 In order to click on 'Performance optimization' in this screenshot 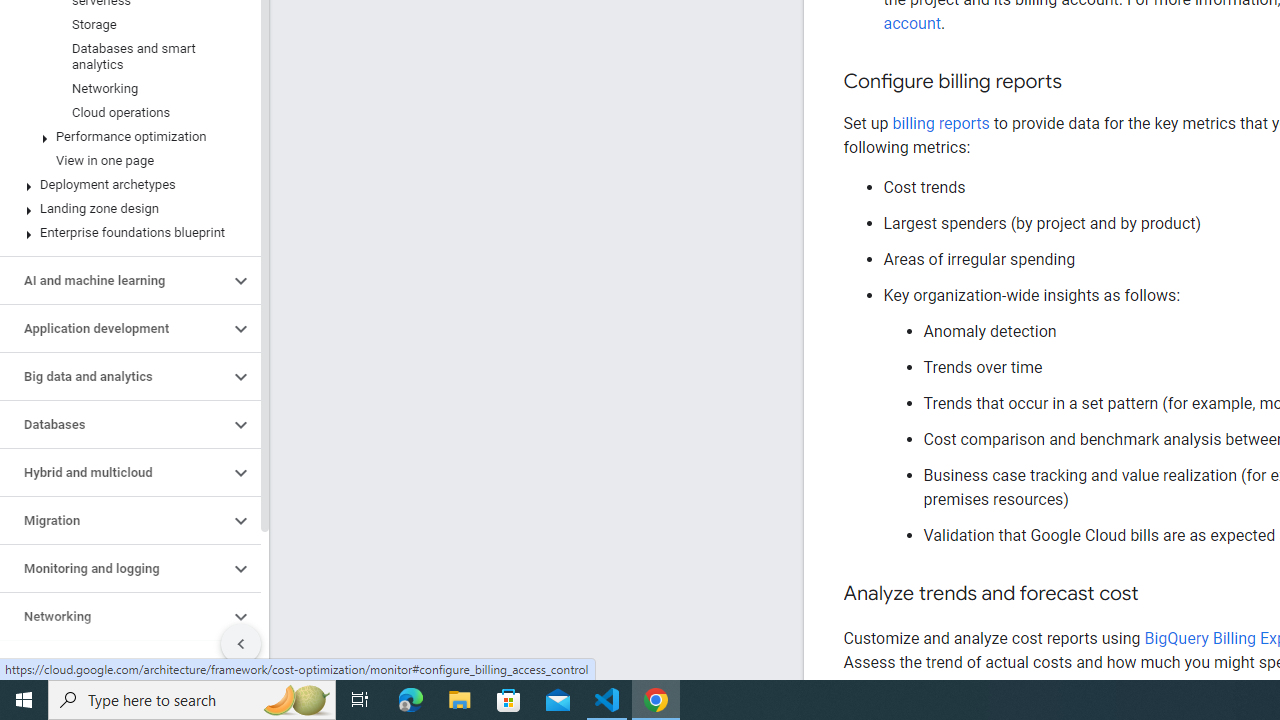, I will do `click(125, 136)`.